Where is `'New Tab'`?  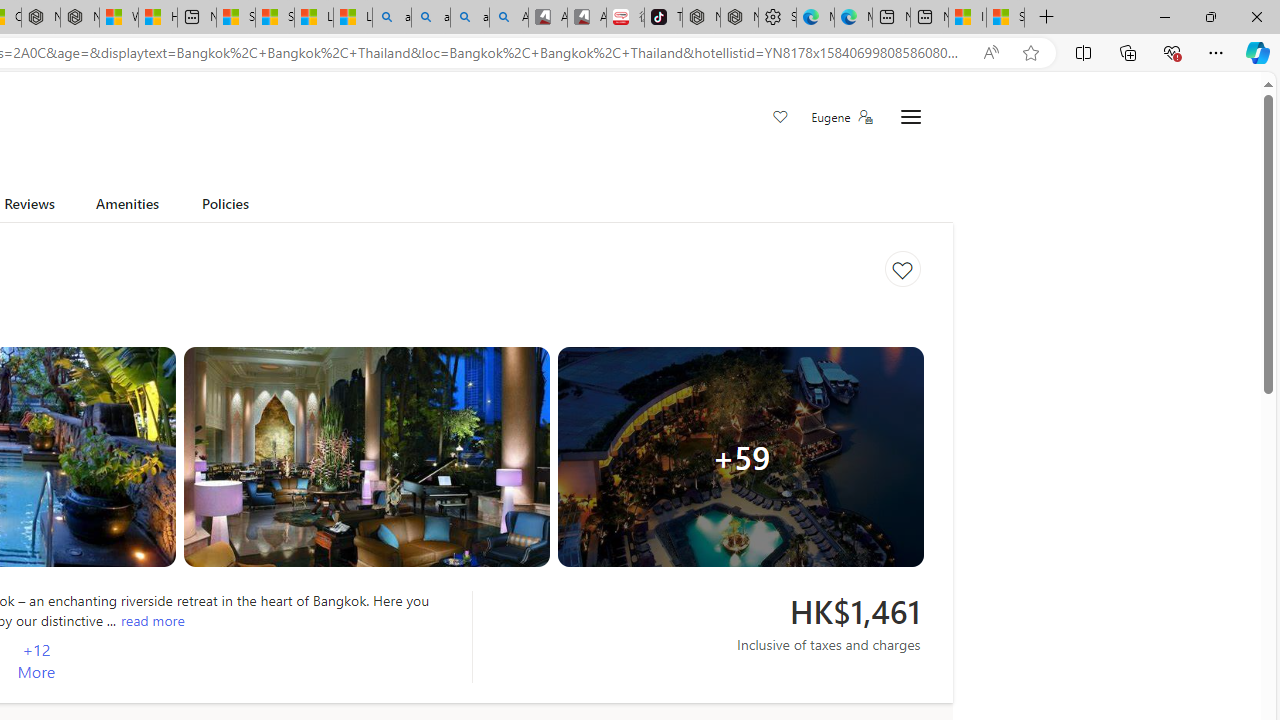
'New Tab' is located at coordinates (1046, 17).